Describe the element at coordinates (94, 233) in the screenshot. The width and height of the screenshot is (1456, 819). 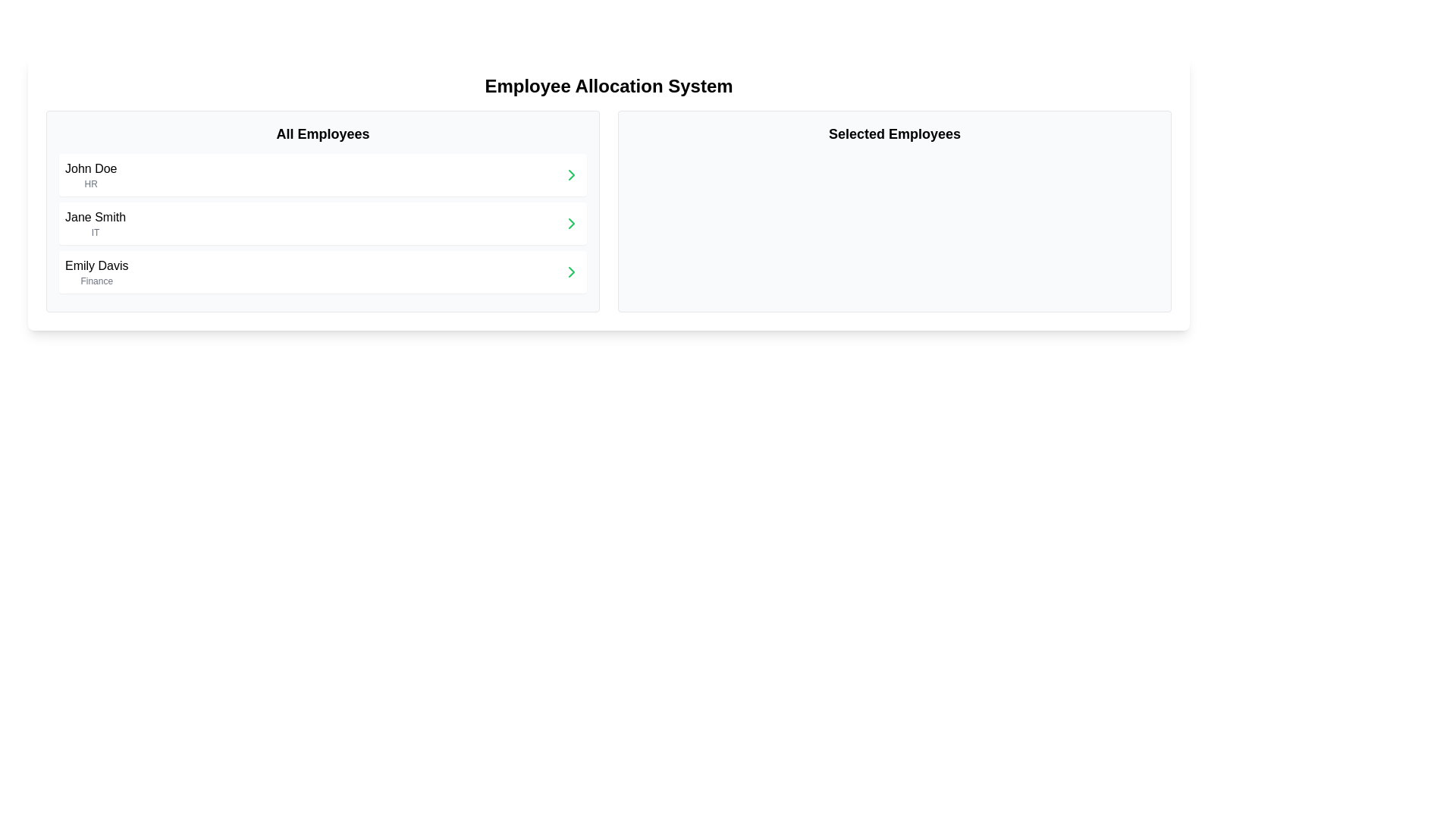
I see `the Text Label element displaying 'IT' in small, light gray font, positioned beneath the name 'Jane Smith' in the 'All Employees' section` at that location.